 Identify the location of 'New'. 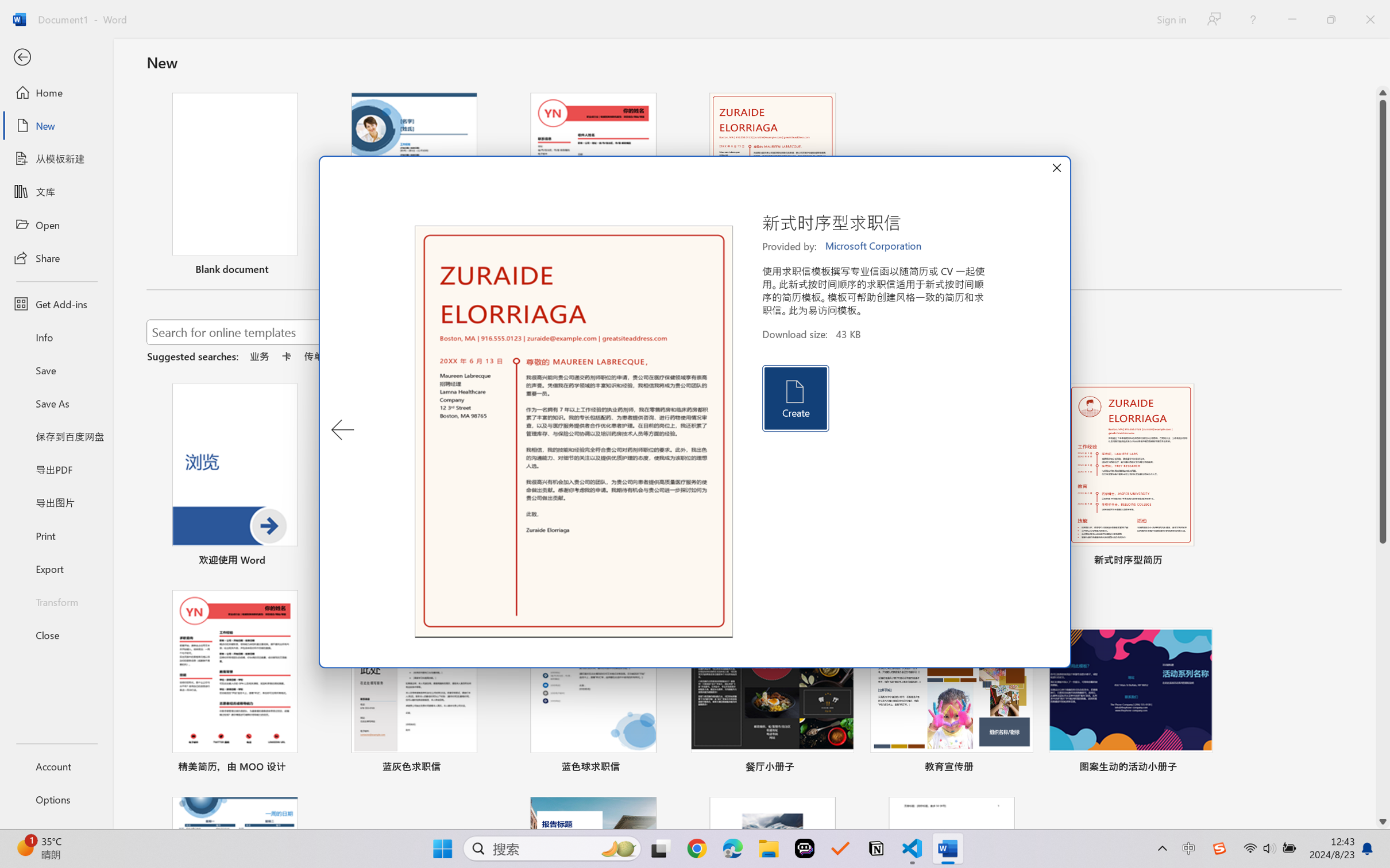
(56, 125).